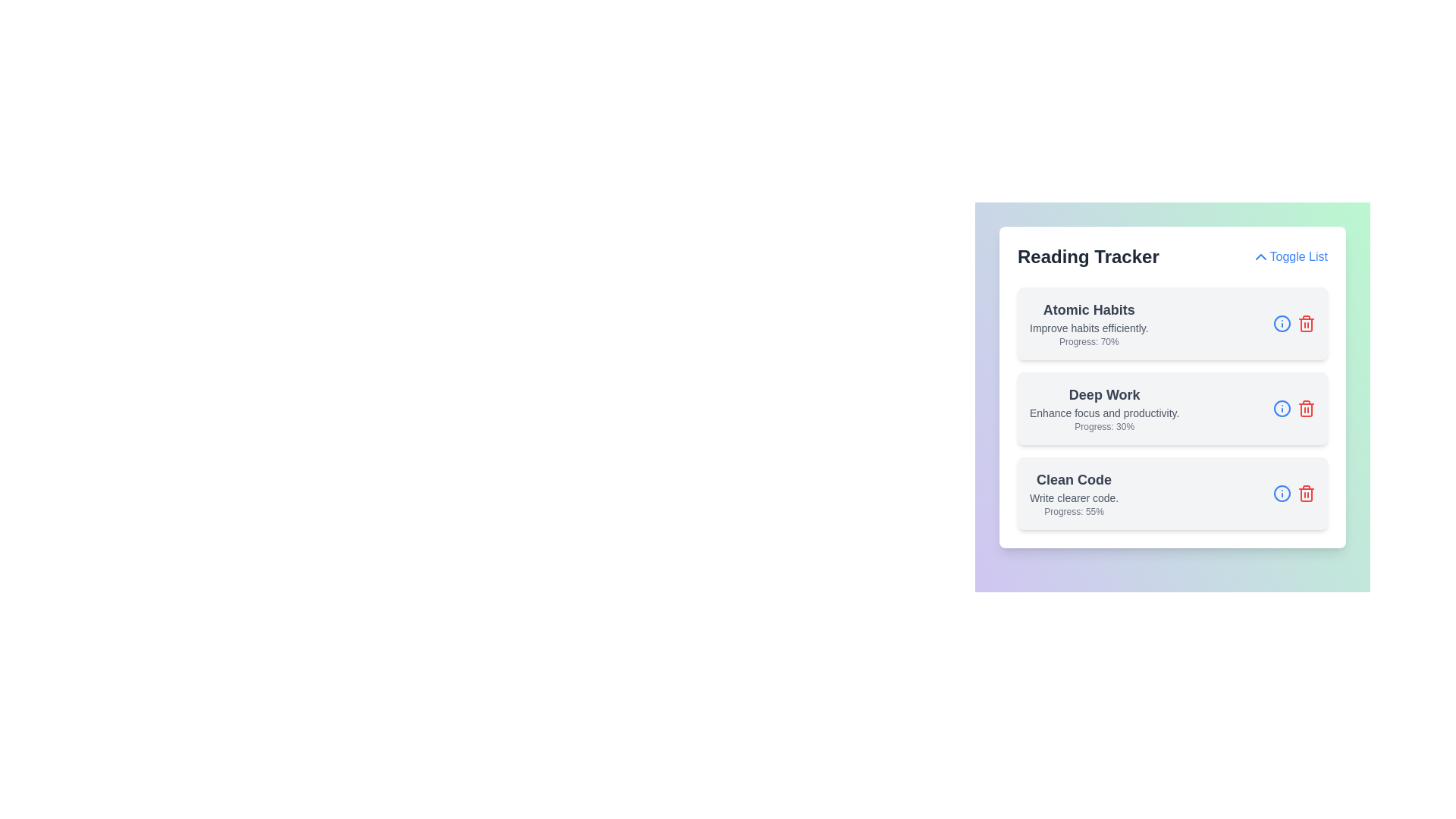  Describe the element at coordinates (1281, 408) in the screenshot. I see `the Interactive Icon Button located to the far right of the 'Atomic Habits' entry in the 'Reading Tracker' list` at that location.